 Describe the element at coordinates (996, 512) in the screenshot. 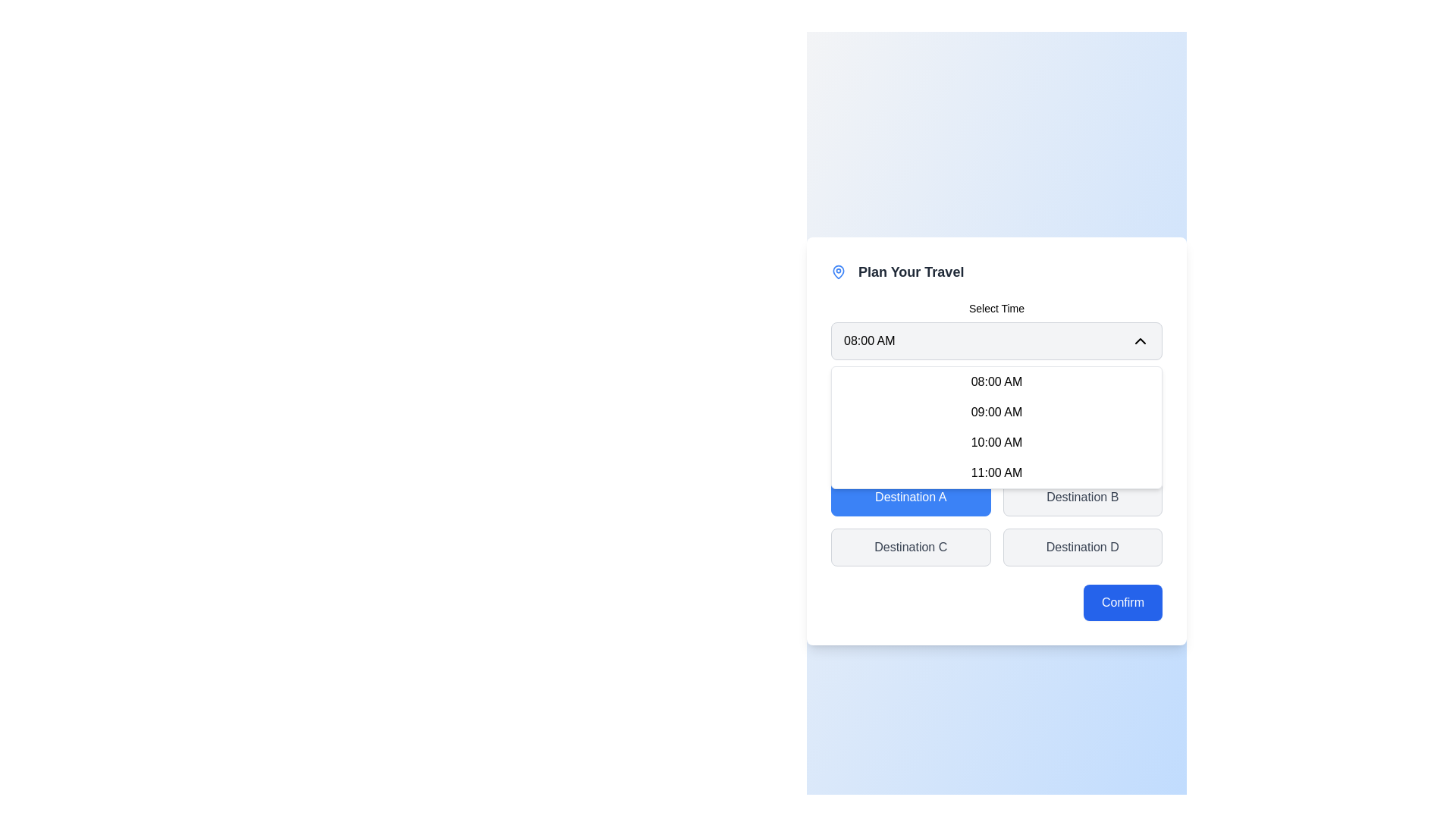

I see `the highlighted button 'Destination A' in the button grid` at that location.